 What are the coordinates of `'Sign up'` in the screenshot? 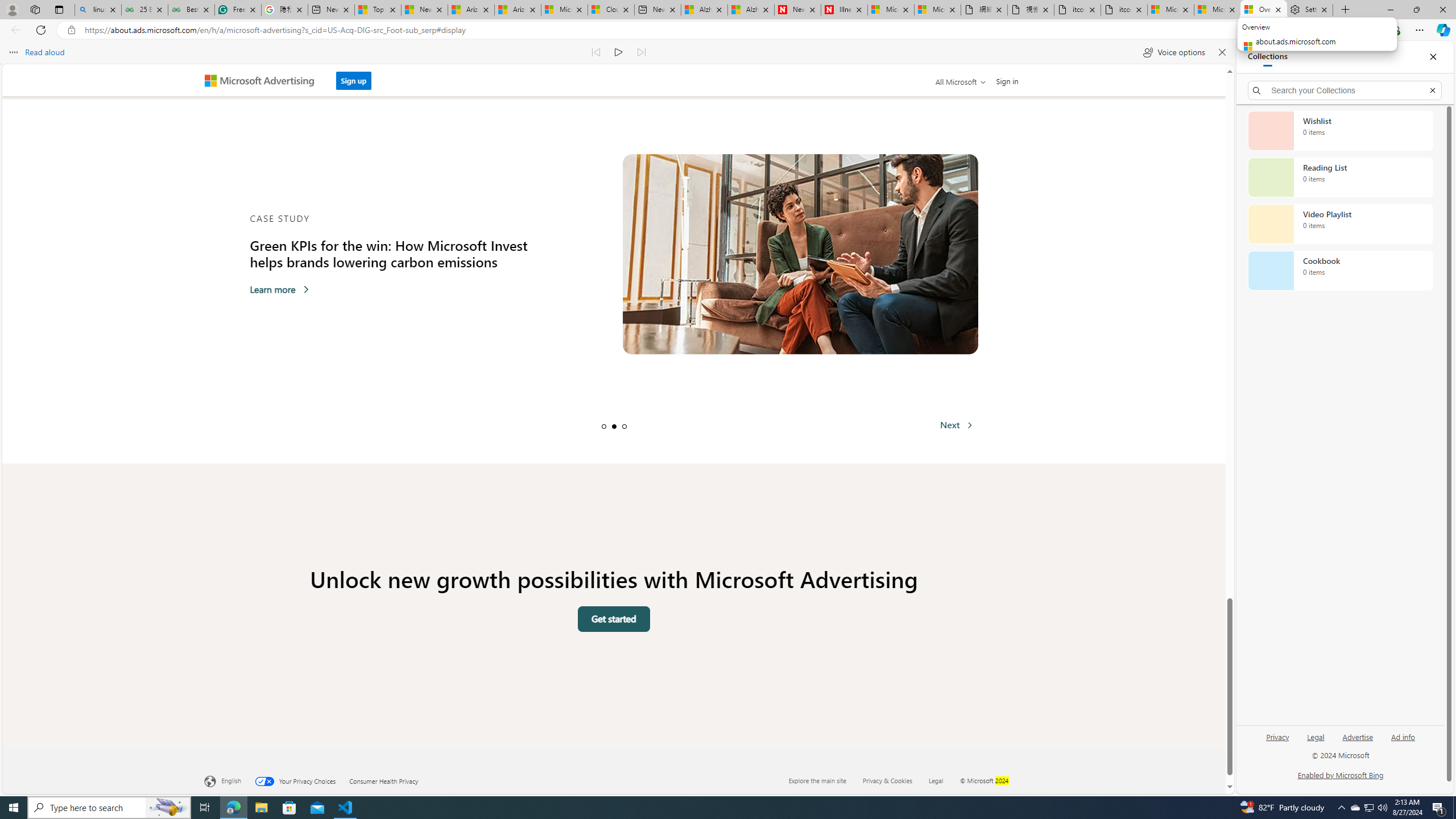 It's located at (353, 76).